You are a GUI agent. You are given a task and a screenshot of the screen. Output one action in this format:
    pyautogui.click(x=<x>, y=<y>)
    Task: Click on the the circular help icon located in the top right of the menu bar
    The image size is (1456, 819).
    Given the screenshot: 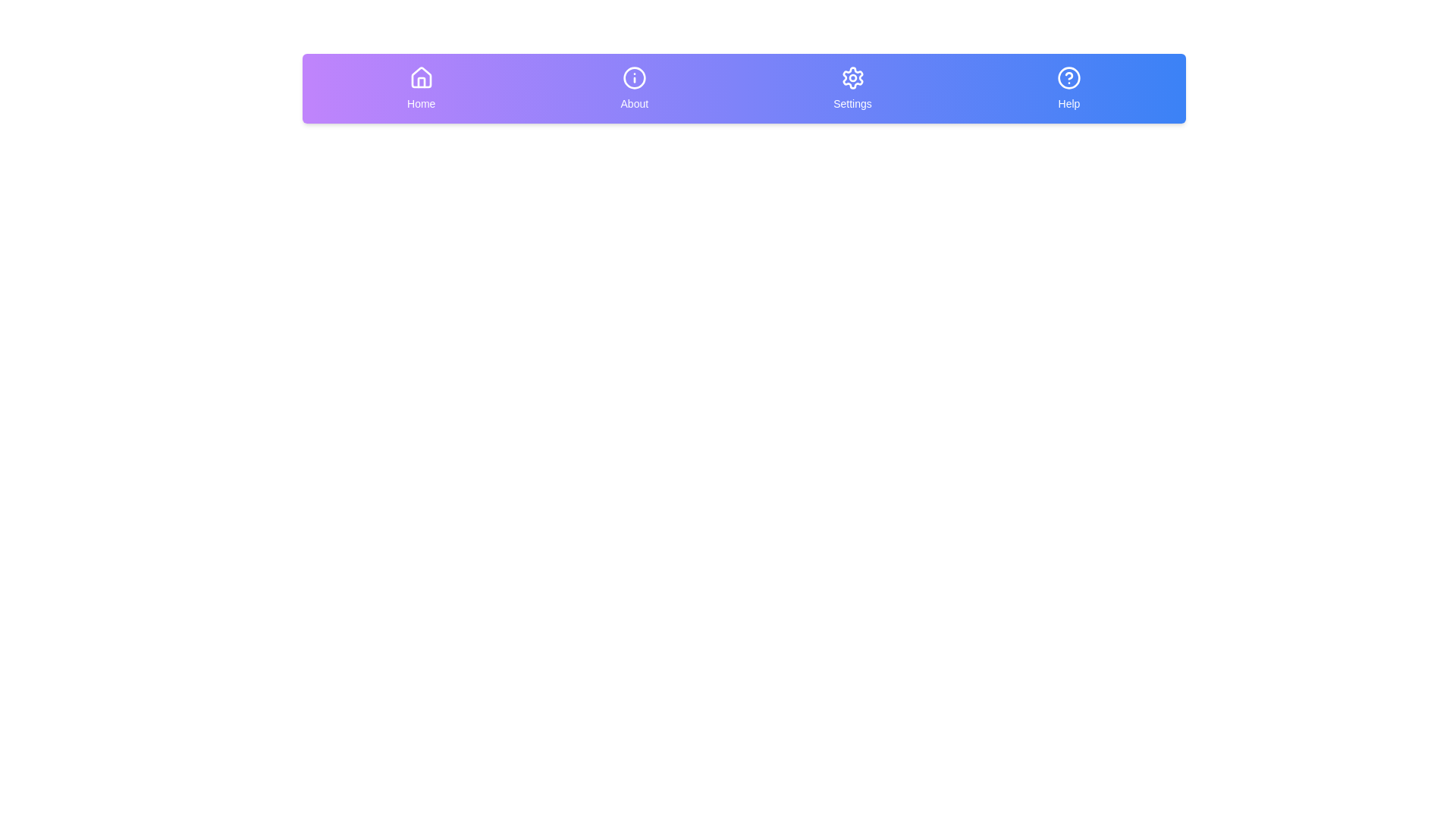 What is the action you would take?
    pyautogui.click(x=1068, y=78)
    